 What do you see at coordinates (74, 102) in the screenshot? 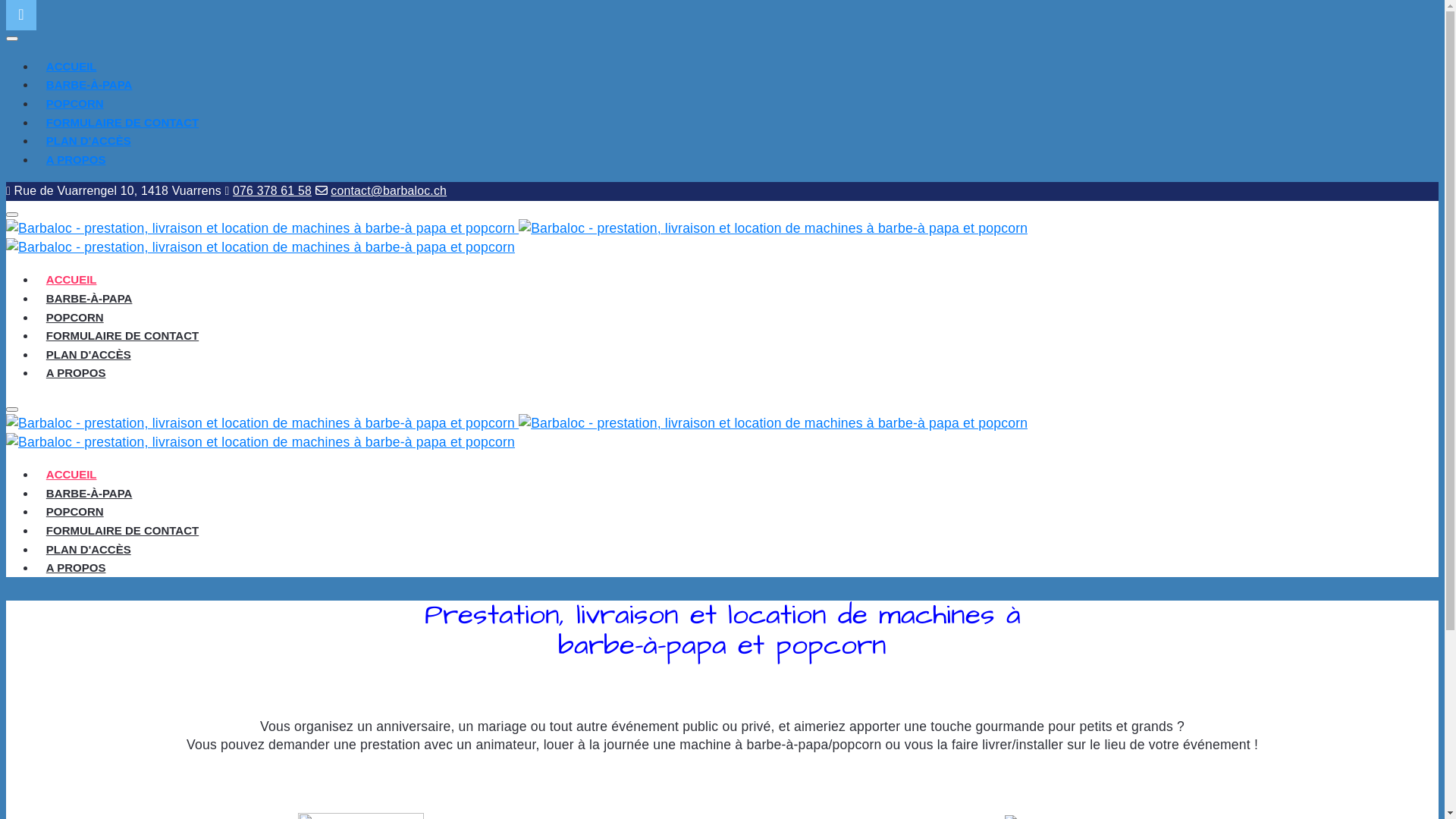
I see `'POPCORN'` at bounding box center [74, 102].